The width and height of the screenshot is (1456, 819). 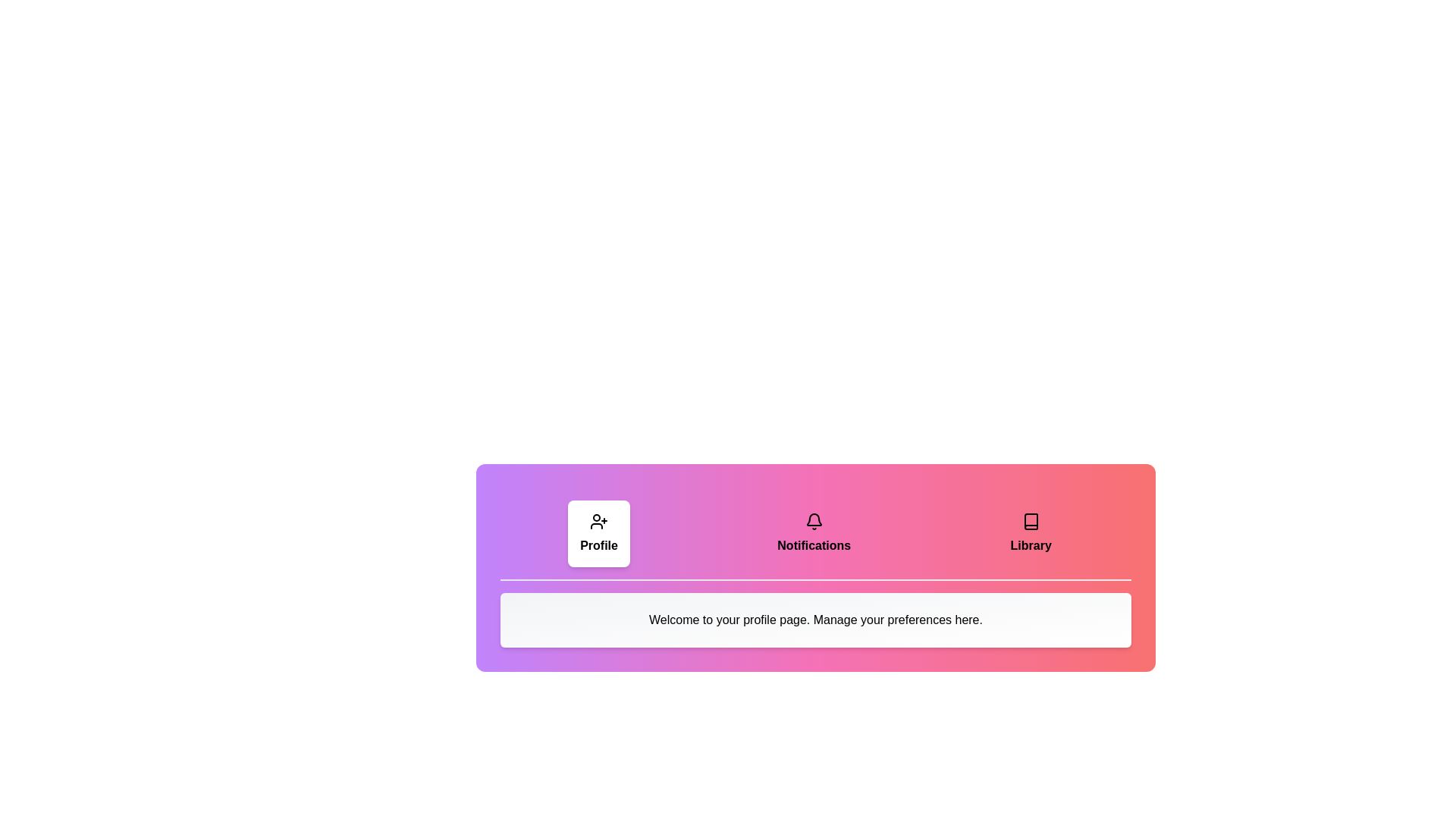 What do you see at coordinates (598, 533) in the screenshot?
I see `the tab named Profile by clicking on its button` at bounding box center [598, 533].